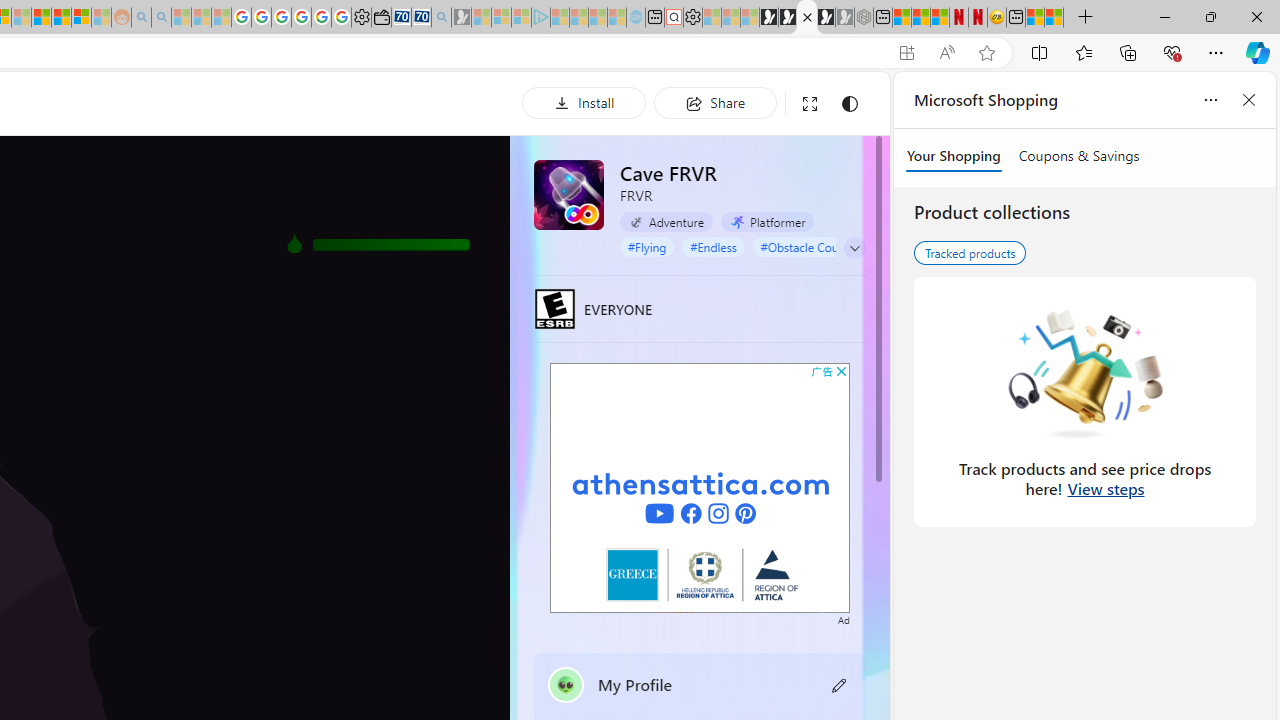  I want to click on 'Play Cave FRVR in your browser | Games from Microsoft Start', so click(807, 17).